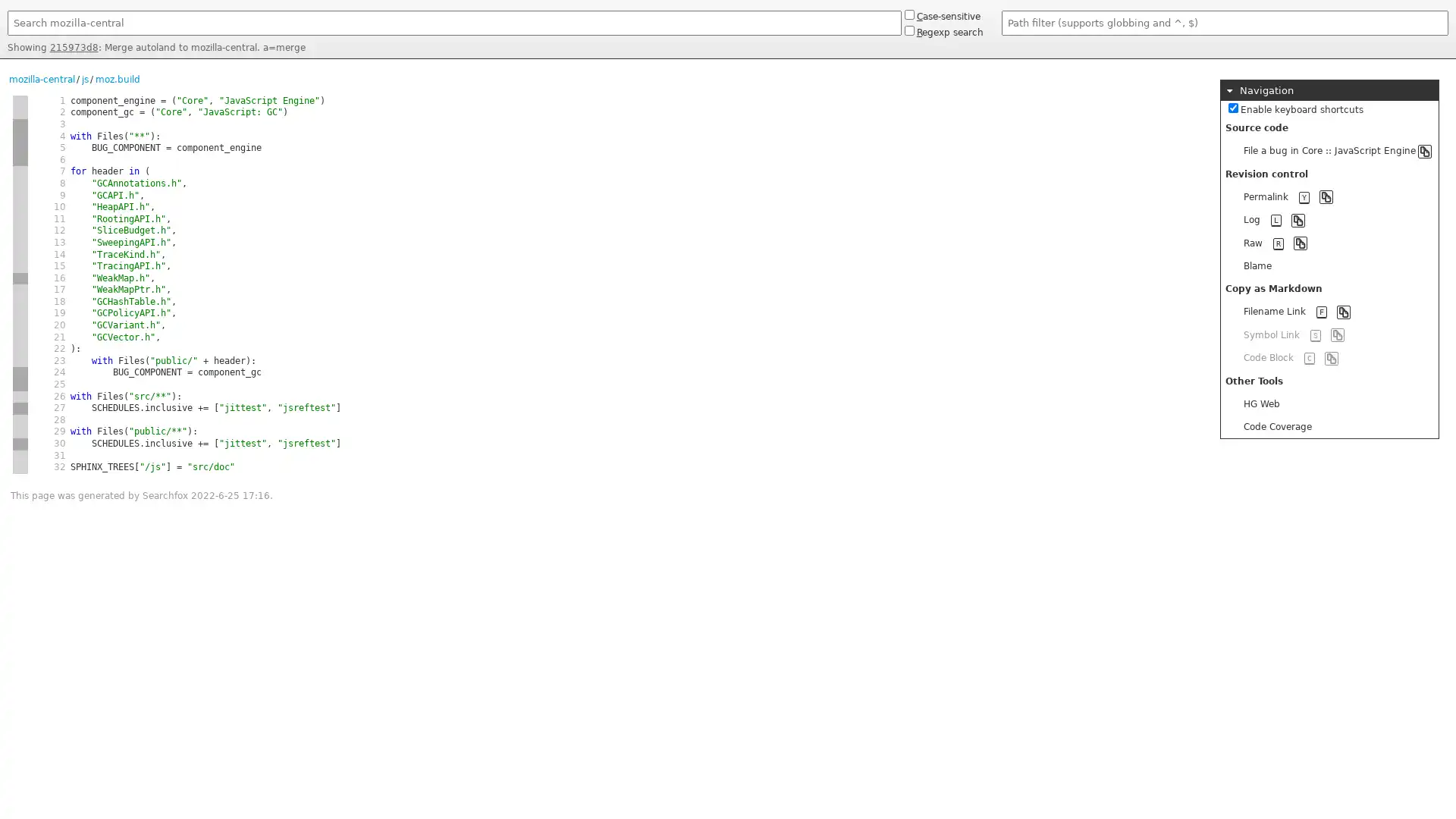 Image resolution: width=1456 pixels, height=819 pixels. I want to click on new hash 2, so click(20, 373).